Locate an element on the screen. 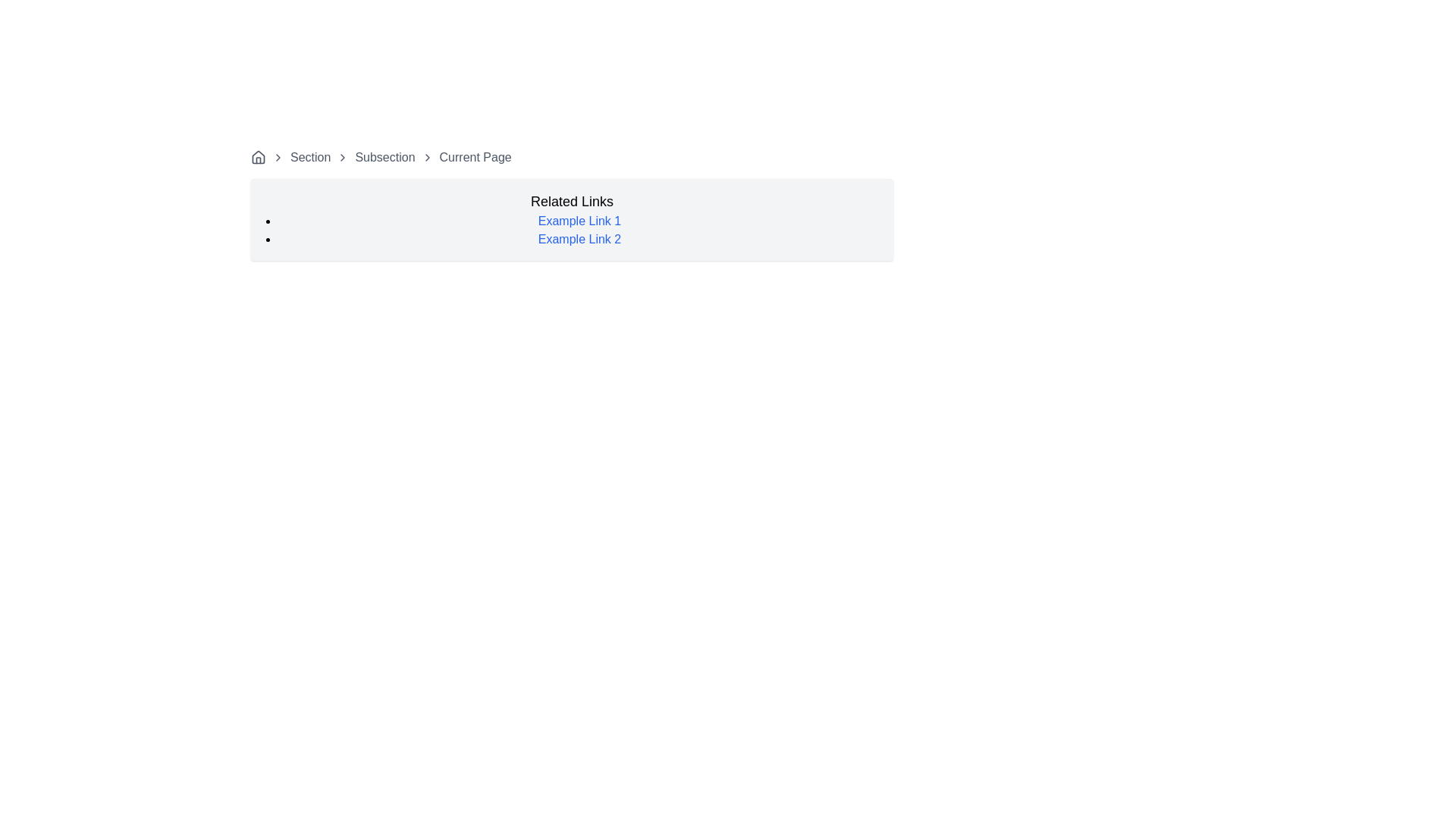 The image size is (1456, 819). the first hyperlink under the 'Related Links' heading is located at coordinates (579, 221).